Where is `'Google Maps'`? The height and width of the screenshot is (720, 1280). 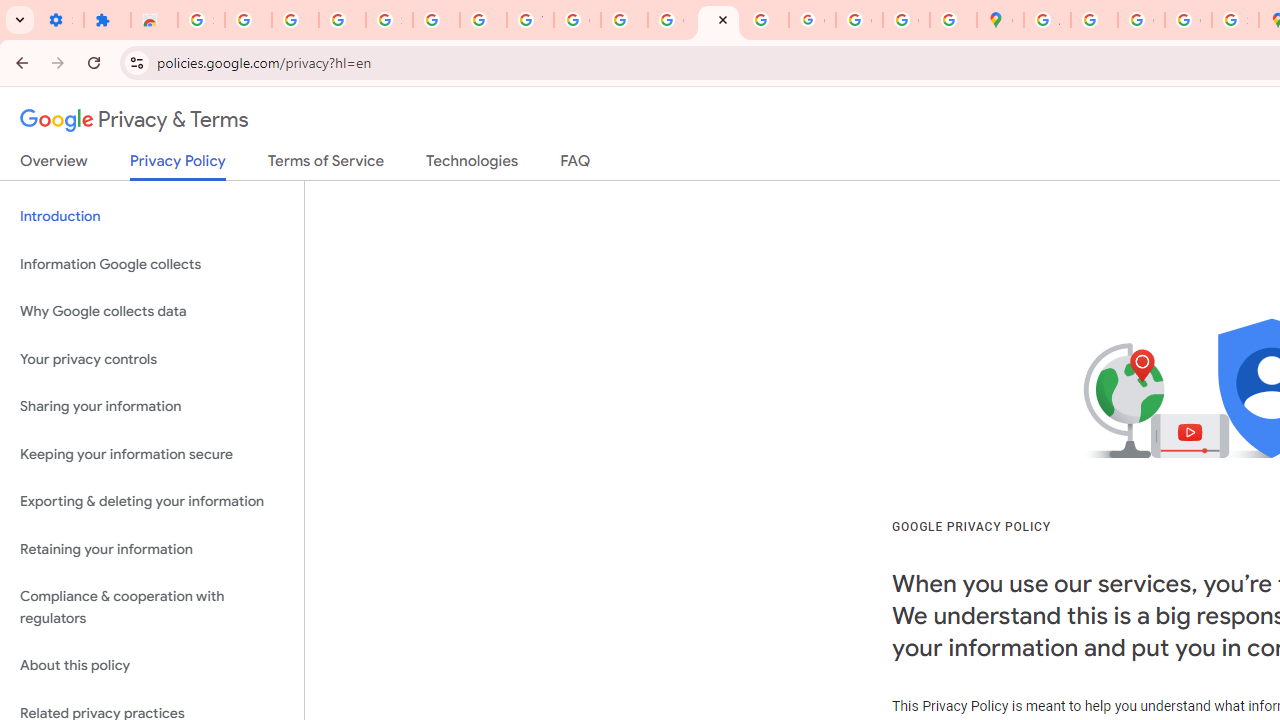
'Google Maps' is located at coordinates (1000, 20).